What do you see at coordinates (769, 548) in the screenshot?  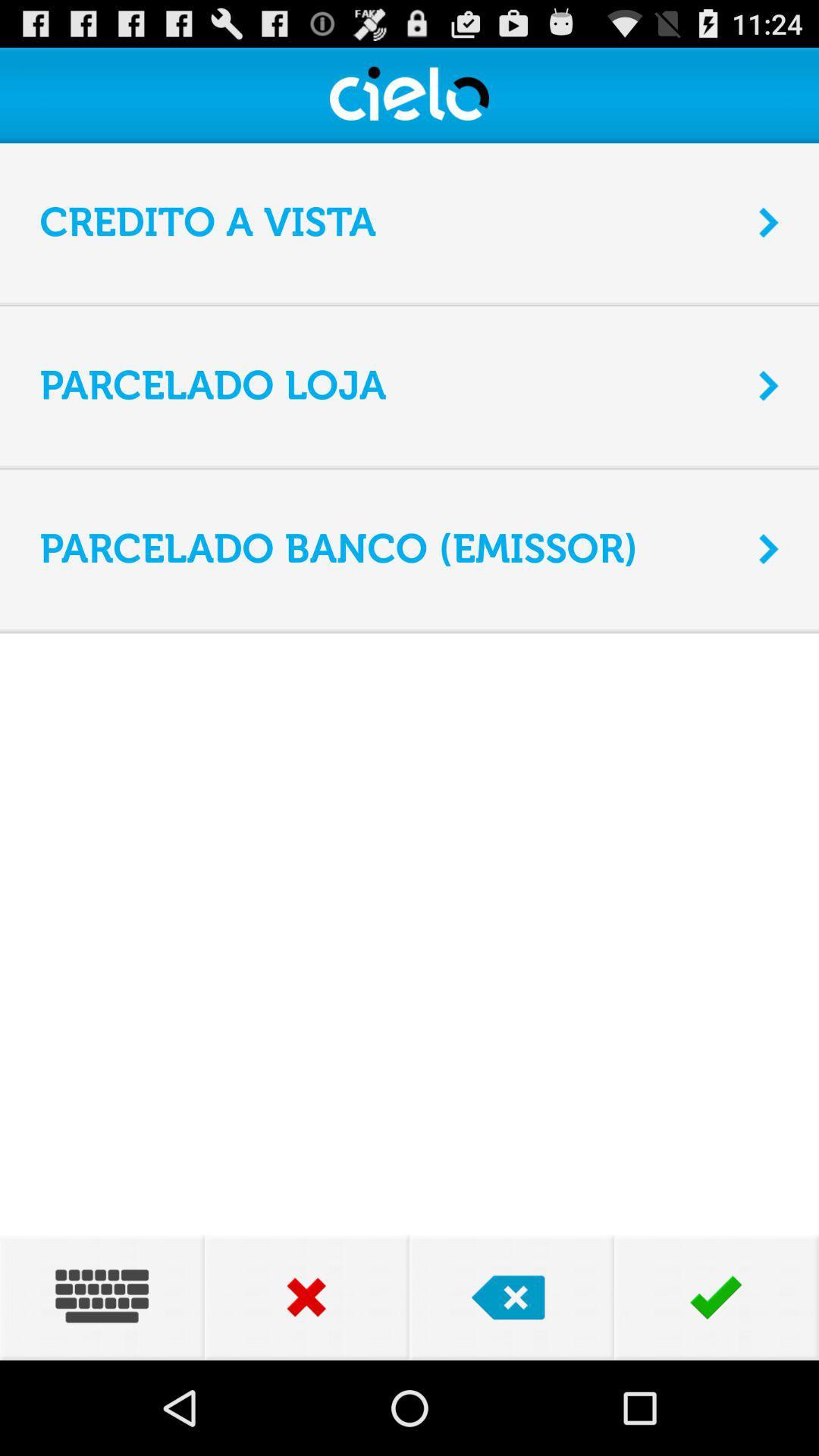 I see `icon on the right` at bounding box center [769, 548].